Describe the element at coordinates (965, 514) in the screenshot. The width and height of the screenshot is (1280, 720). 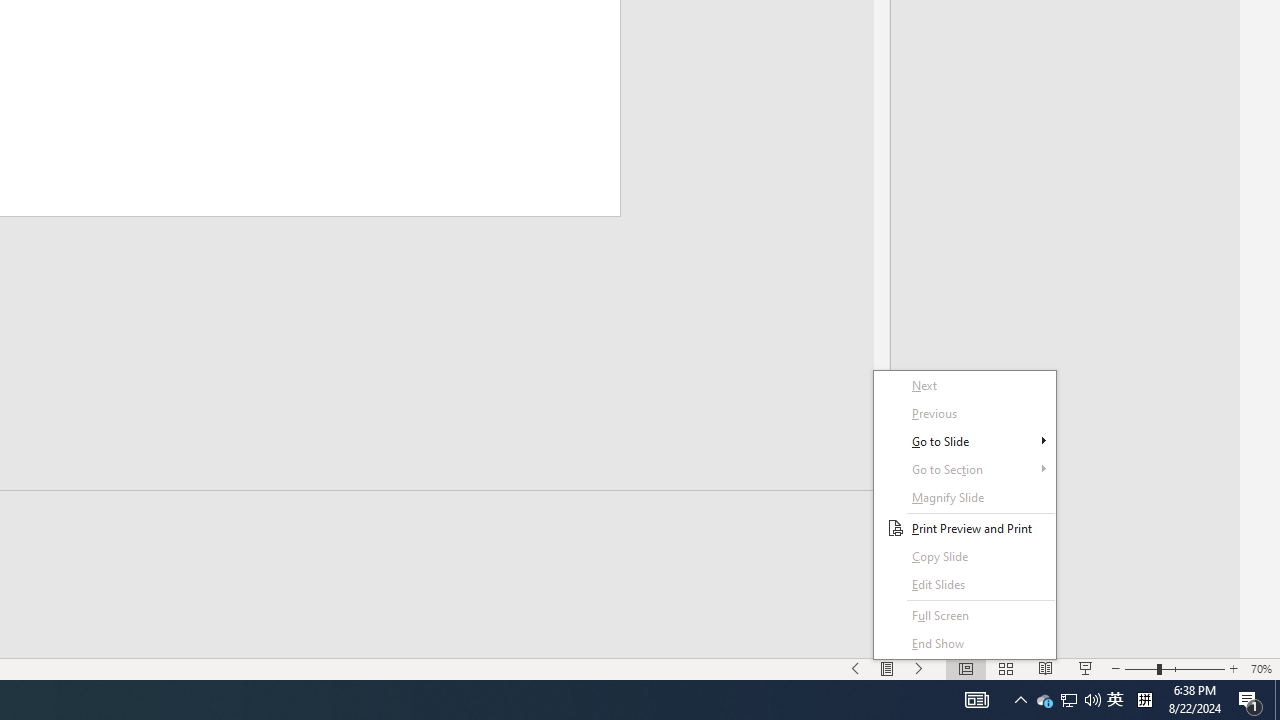
I see `'Class: NetUITWMenuContainer'` at that location.